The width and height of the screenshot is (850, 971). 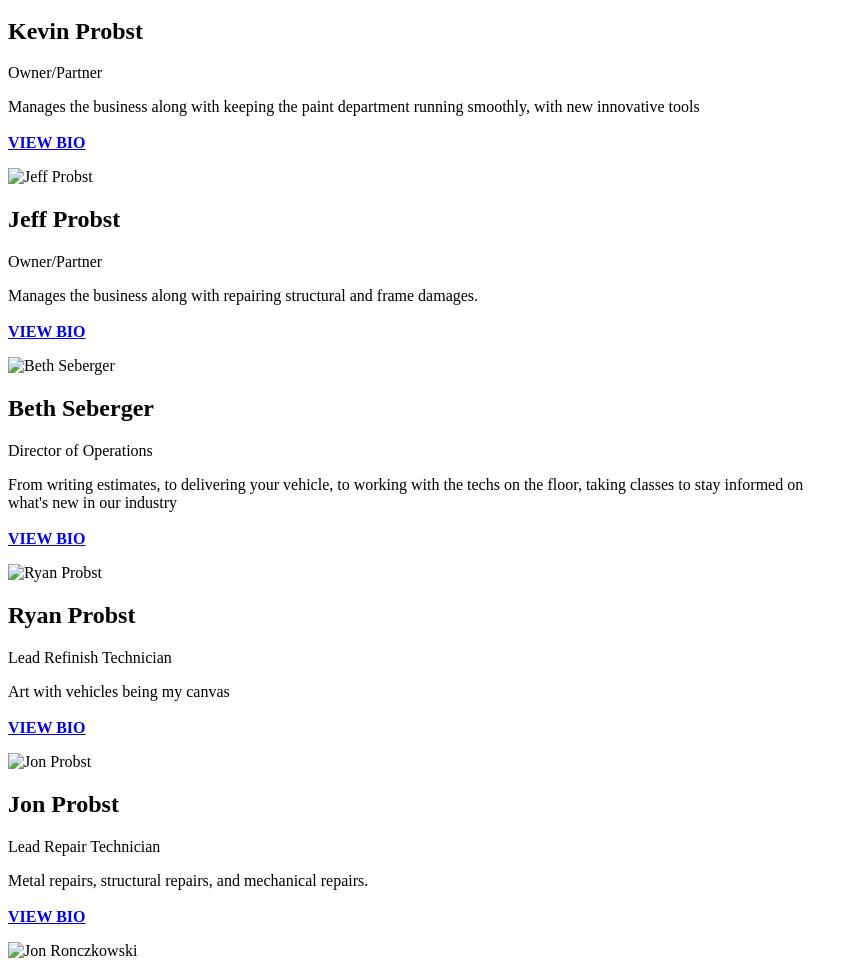 I want to click on 'Art with vehicles being my canvas', so click(x=6, y=690).